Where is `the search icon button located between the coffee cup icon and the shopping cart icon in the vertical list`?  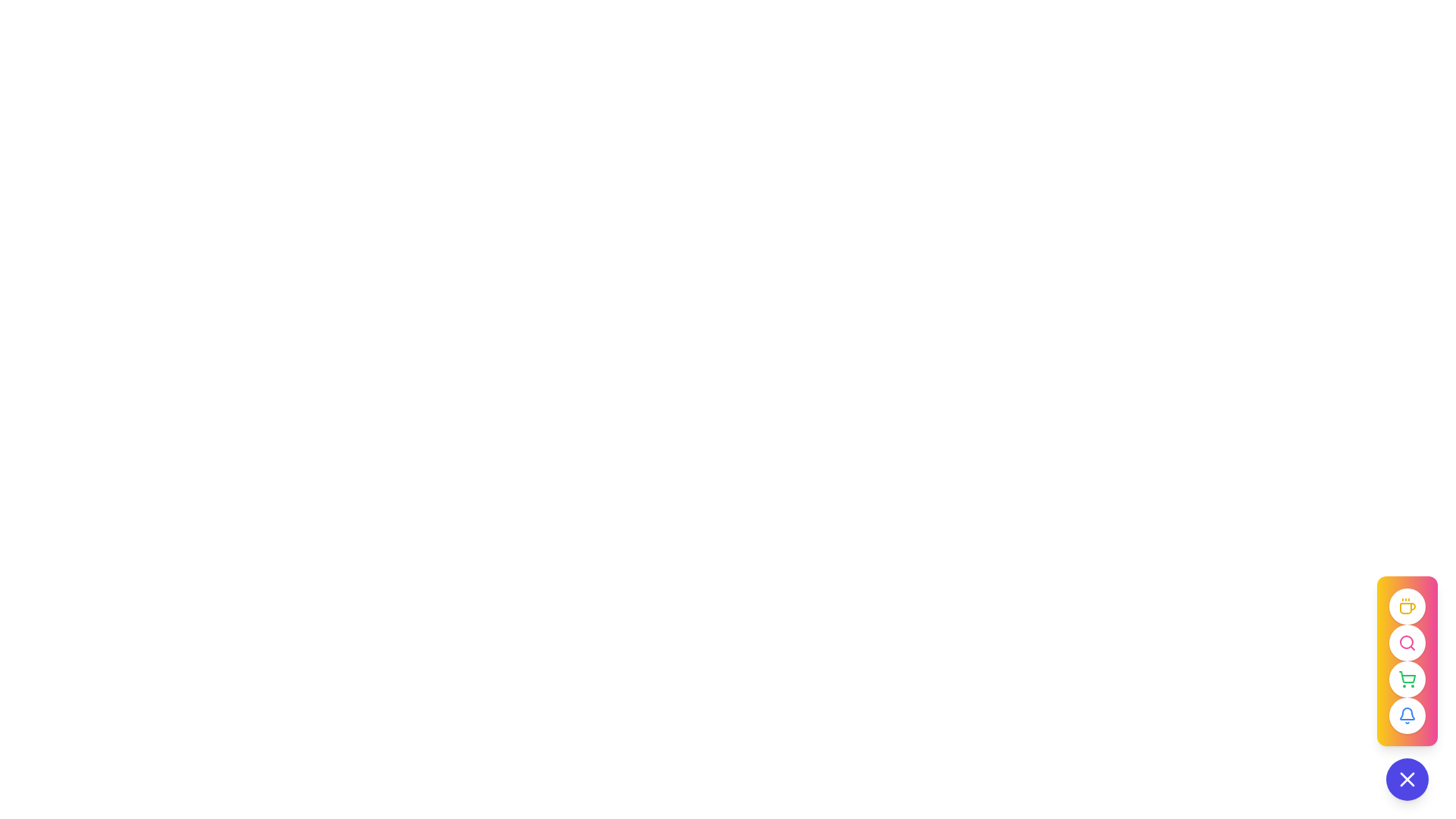 the search icon button located between the coffee cup icon and the shopping cart icon in the vertical list is located at coordinates (1407, 643).